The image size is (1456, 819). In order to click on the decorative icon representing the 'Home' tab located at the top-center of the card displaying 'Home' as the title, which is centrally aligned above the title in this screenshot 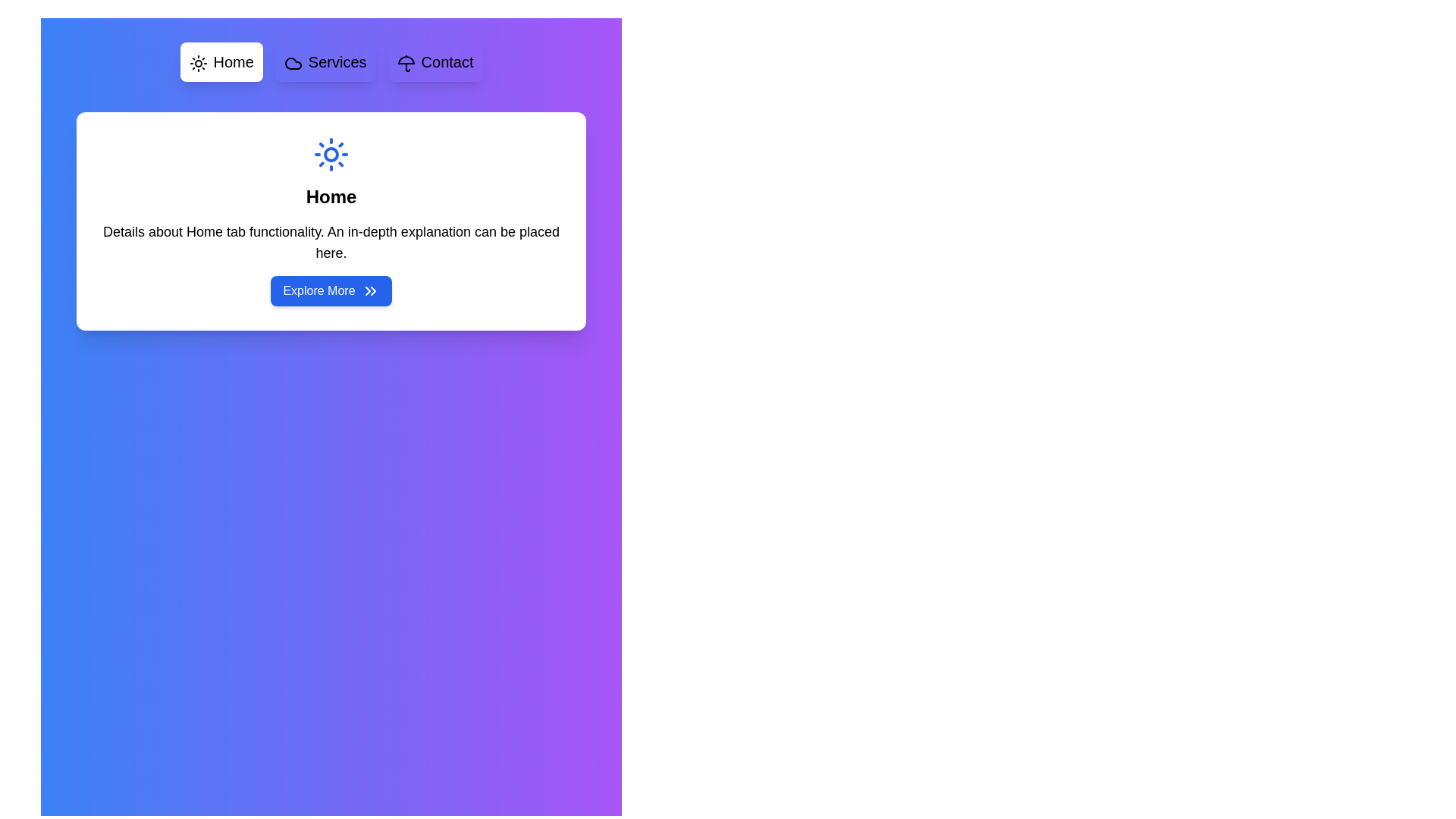, I will do `click(330, 155)`.